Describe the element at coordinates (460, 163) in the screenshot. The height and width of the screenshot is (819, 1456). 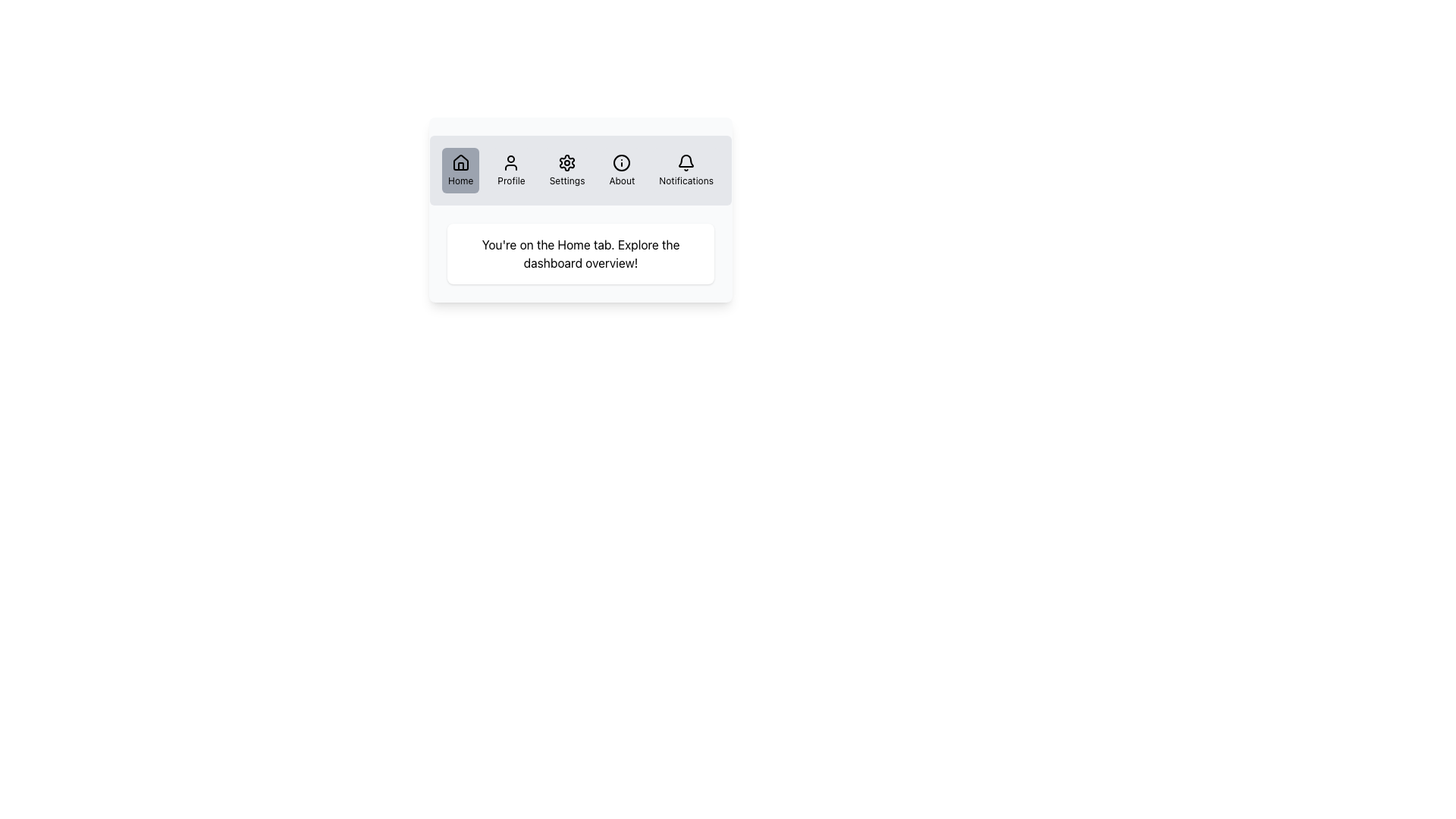
I see `the SVG graphic icon of a house` at that location.